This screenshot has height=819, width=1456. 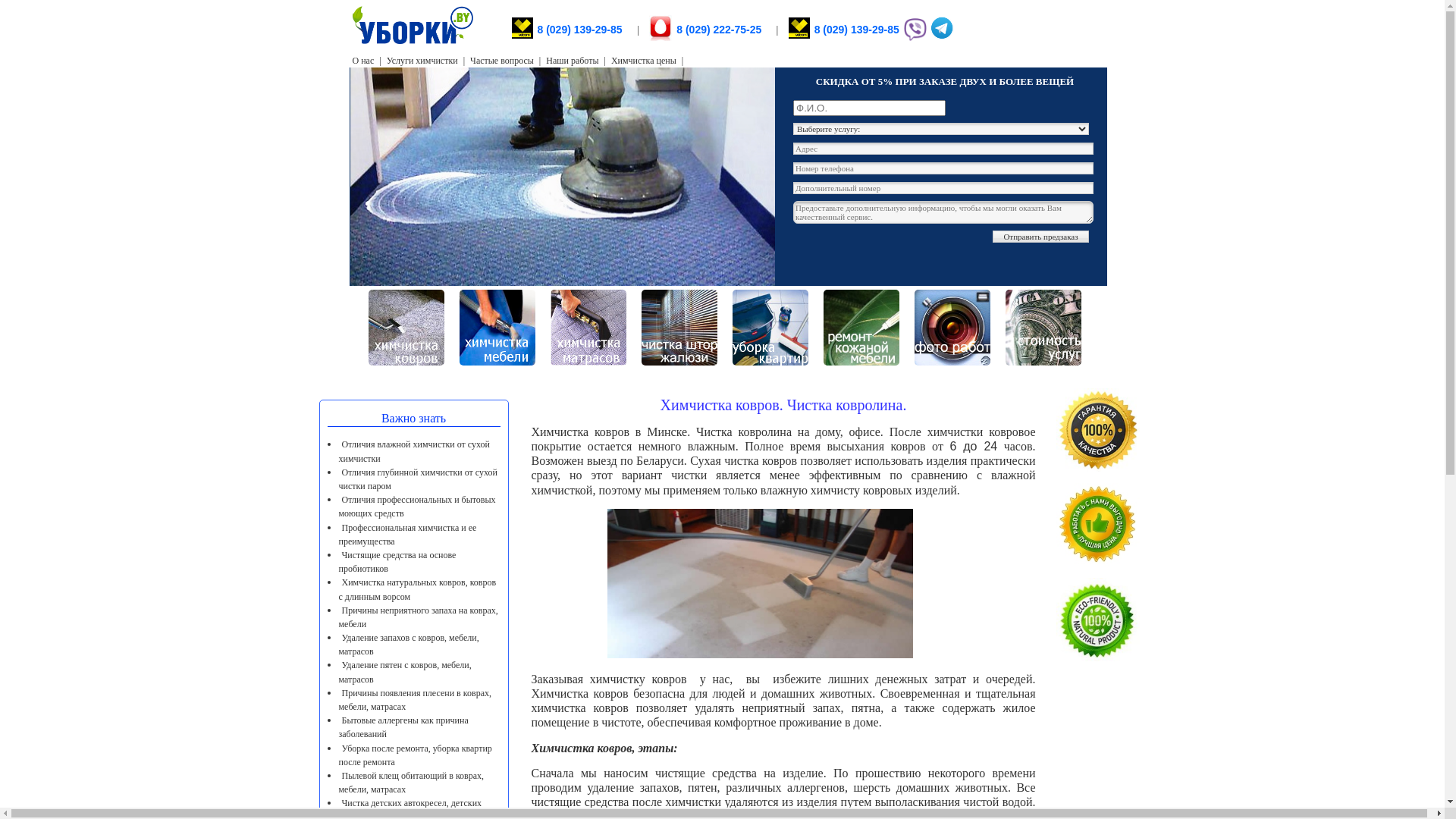 What do you see at coordinates (510, 28) in the screenshot?
I see `'8 (029) 139-29-85 '` at bounding box center [510, 28].